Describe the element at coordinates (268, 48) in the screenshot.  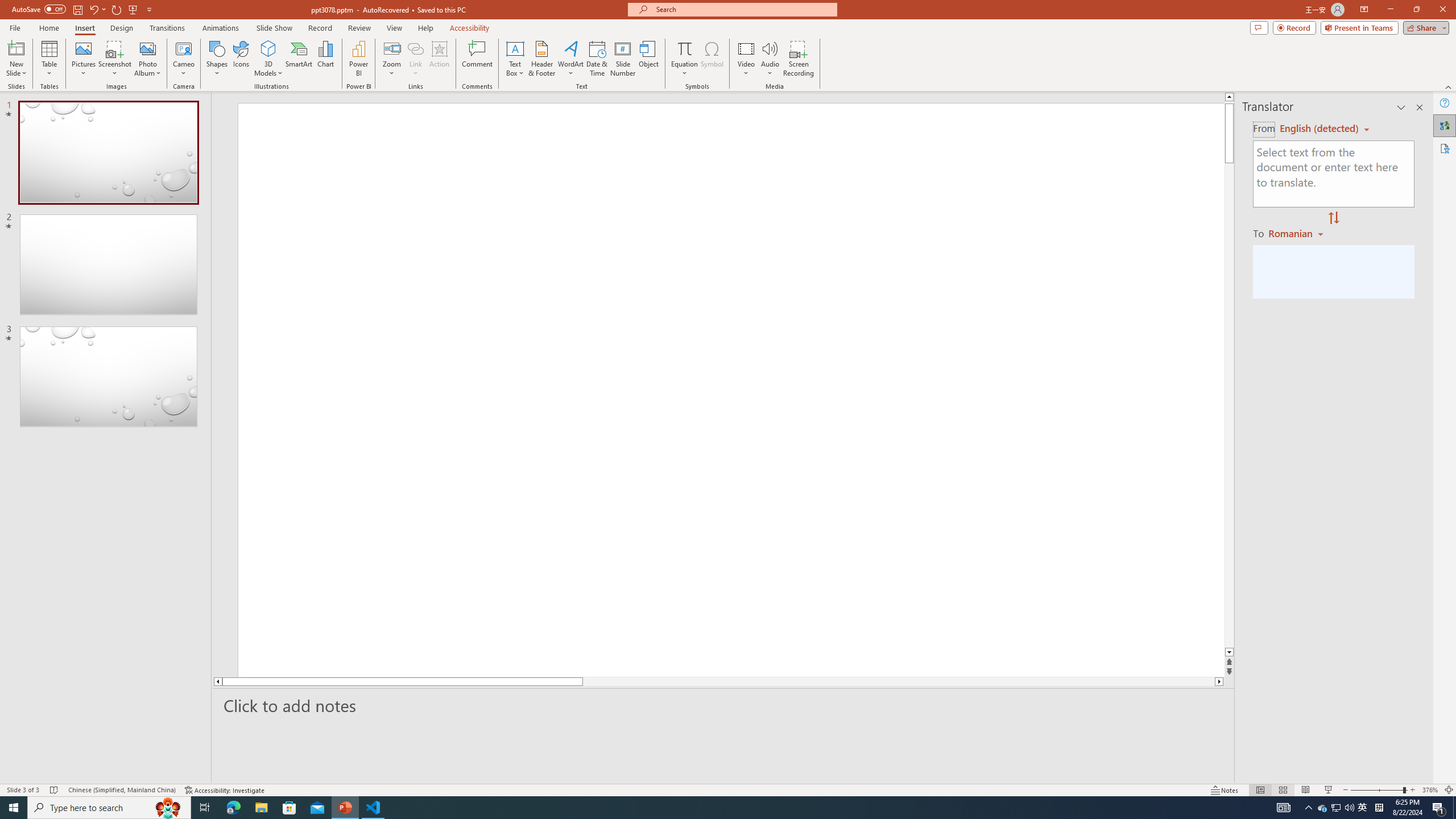
I see `'3D Models'` at that location.